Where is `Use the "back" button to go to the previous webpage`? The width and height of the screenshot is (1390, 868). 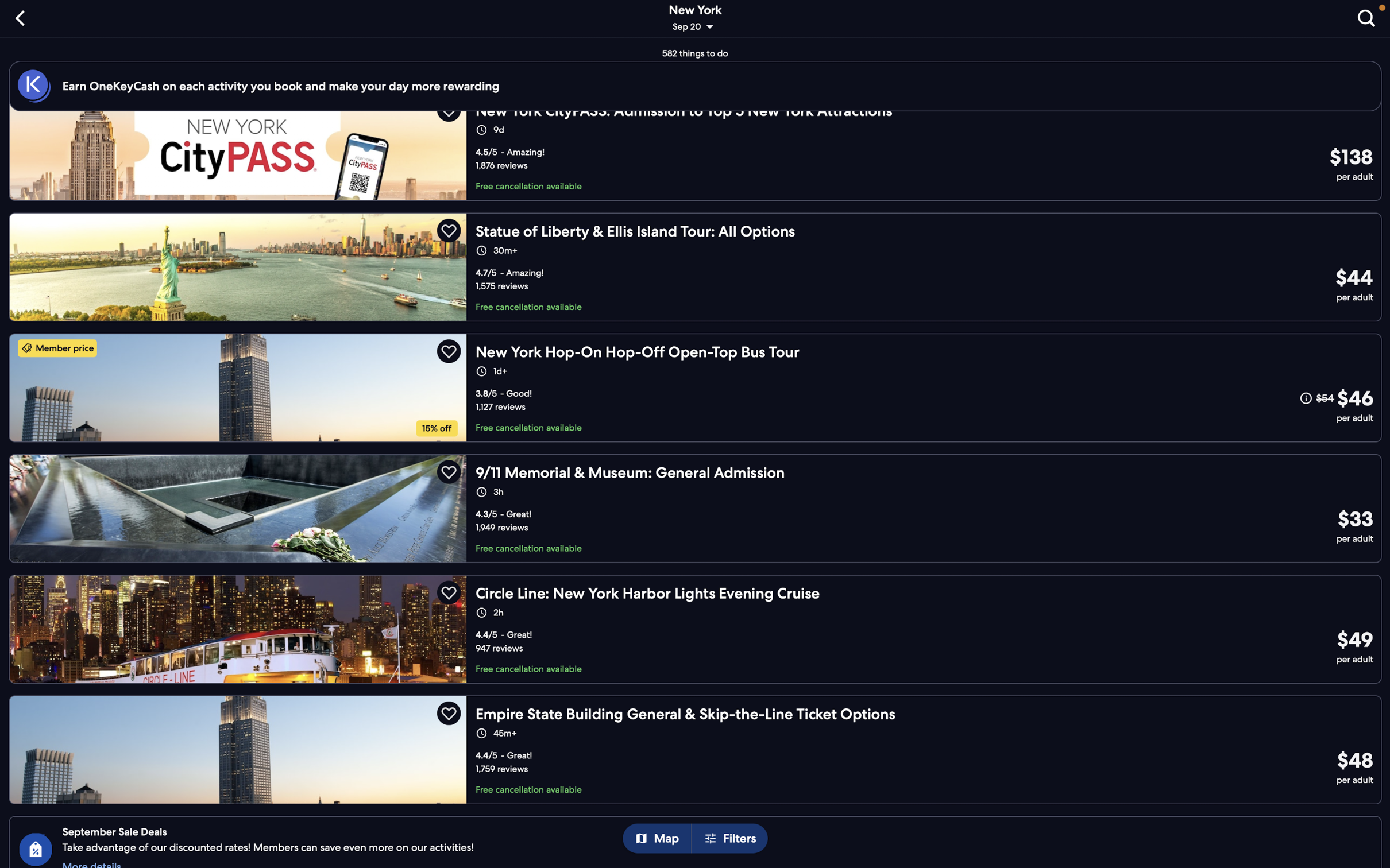 Use the "back" button to go to the previous webpage is located at coordinates (22, 17).